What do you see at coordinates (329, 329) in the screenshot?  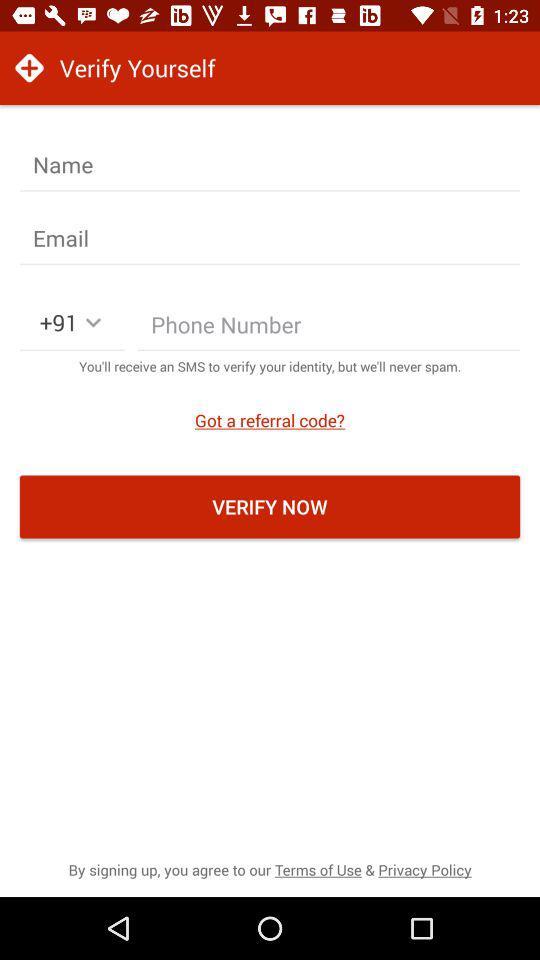 I see `phone number field` at bounding box center [329, 329].